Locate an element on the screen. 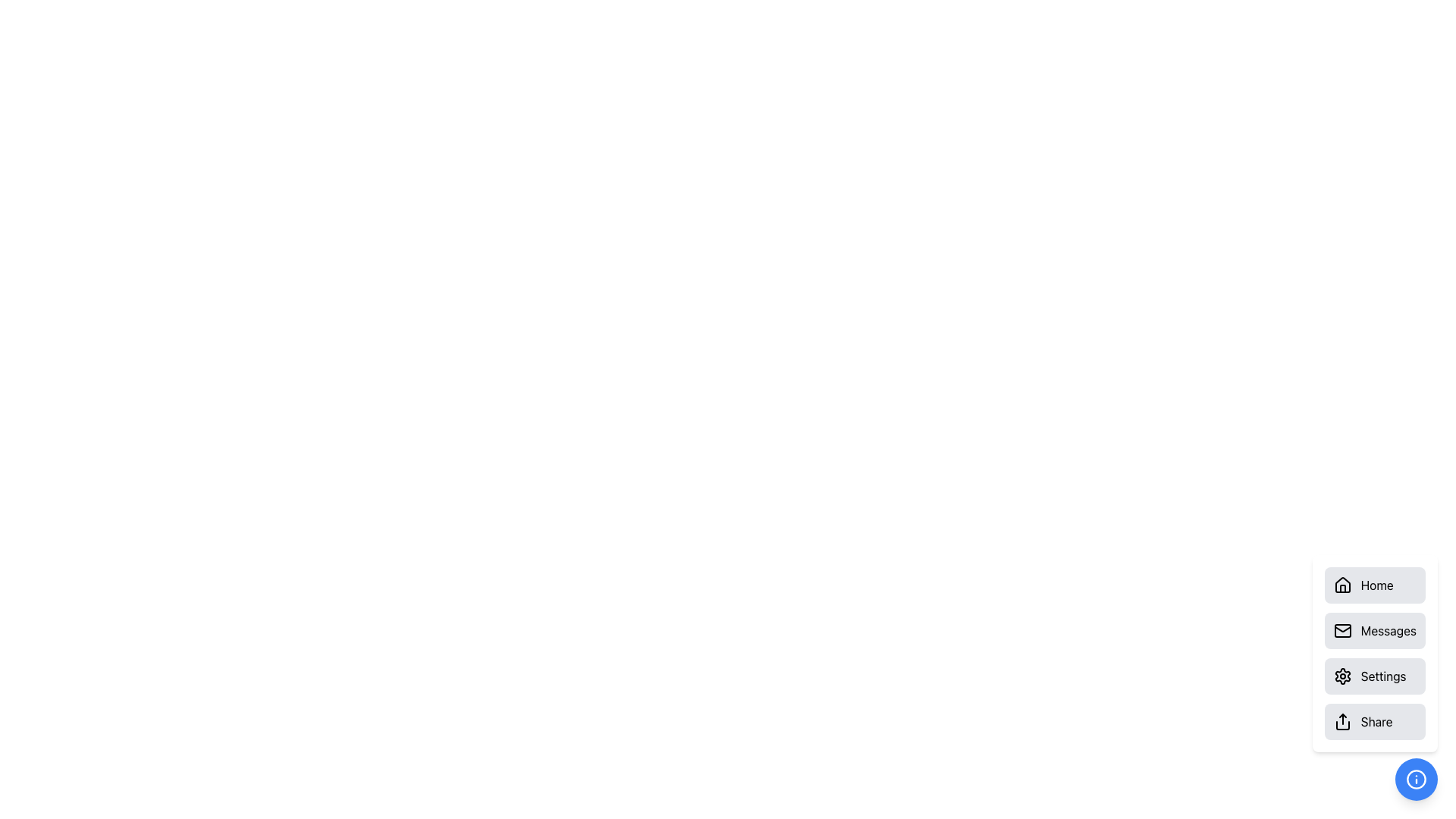 The image size is (1456, 819). the 'Settings' icon, which includes a gear icon and the label 'Settings', located as the third option in the vertical list of menu items on the right side of the interface is located at coordinates (1342, 675).